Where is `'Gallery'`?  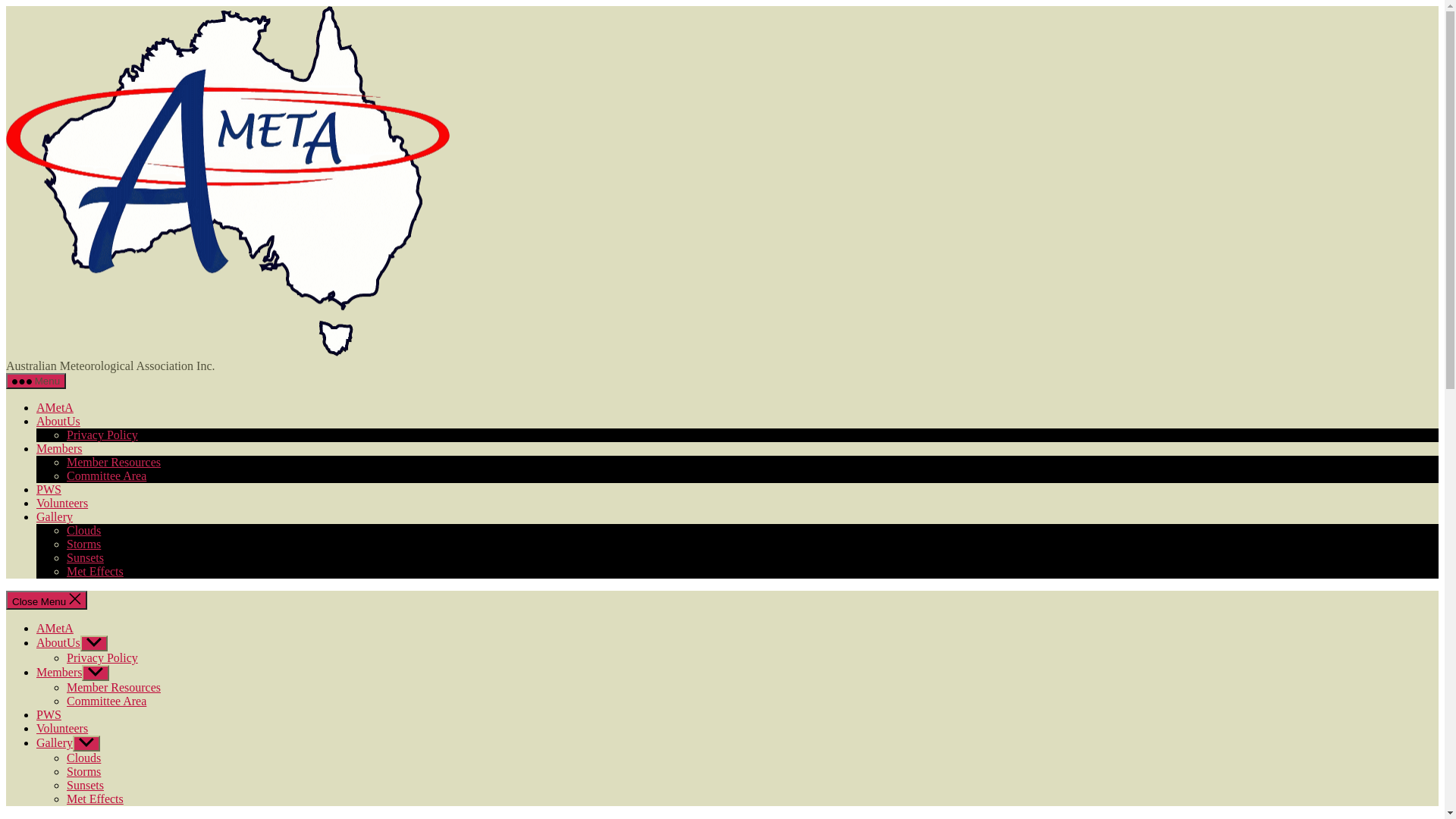
'Gallery' is located at coordinates (55, 742).